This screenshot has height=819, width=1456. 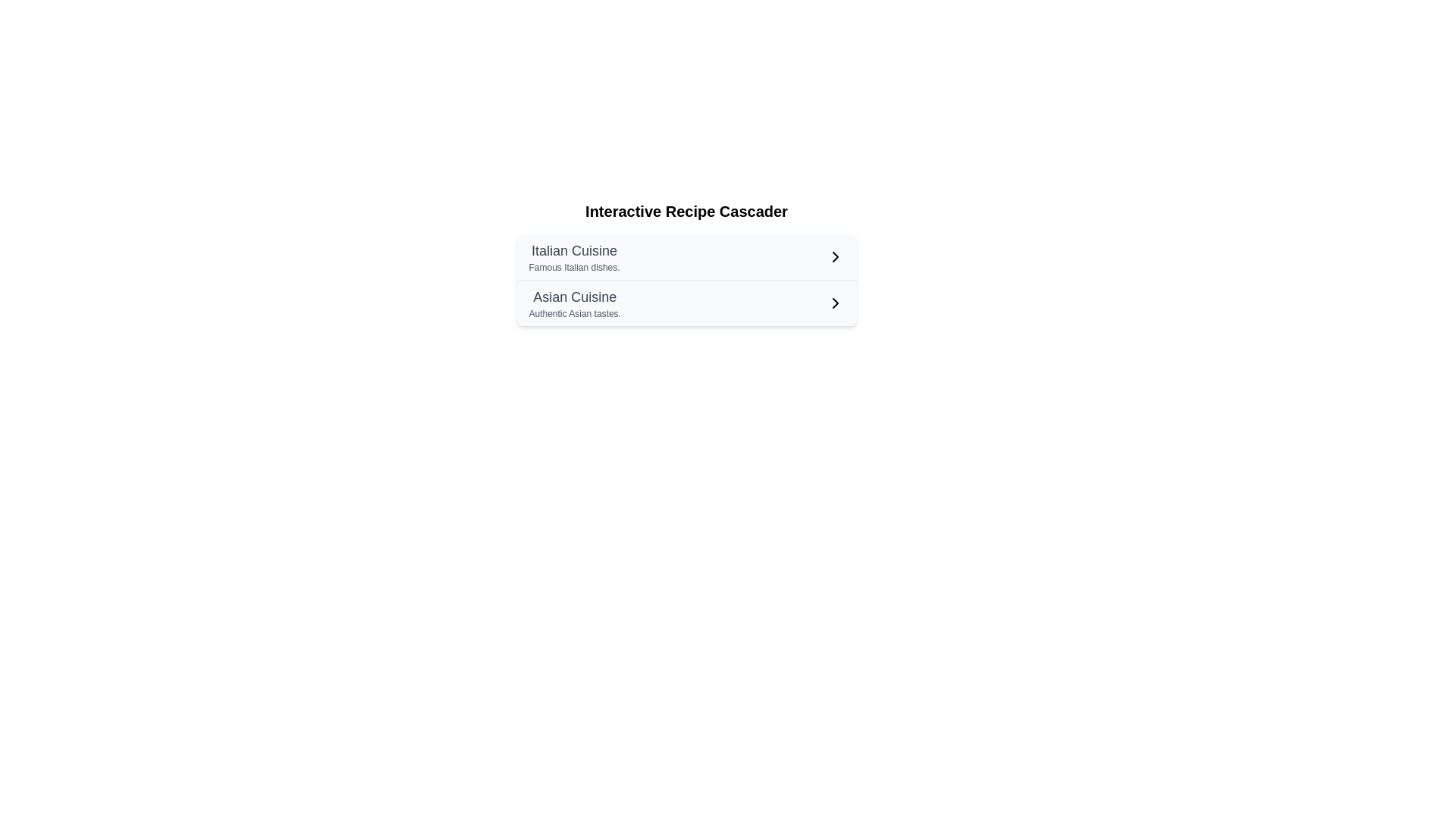 What do you see at coordinates (686, 303) in the screenshot?
I see `the List Item displaying 'Asian Cuisine'` at bounding box center [686, 303].